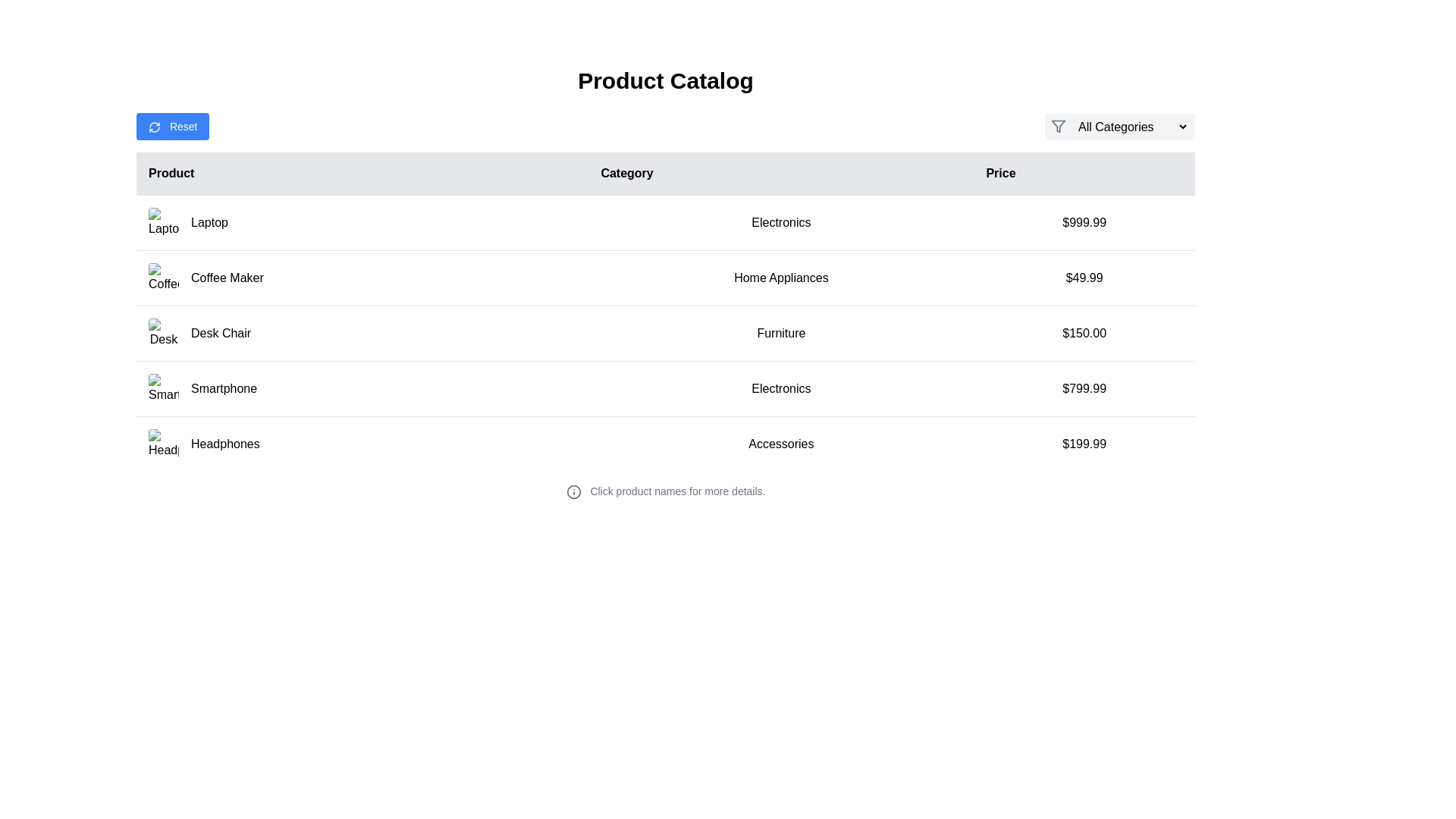  Describe the element at coordinates (1084, 388) in the screenshot. I see `the price label displaying '$799.99' located in the fourth row under the 'Price' column for the product 'Smartphone' in the 'Electronics' category` at that location.